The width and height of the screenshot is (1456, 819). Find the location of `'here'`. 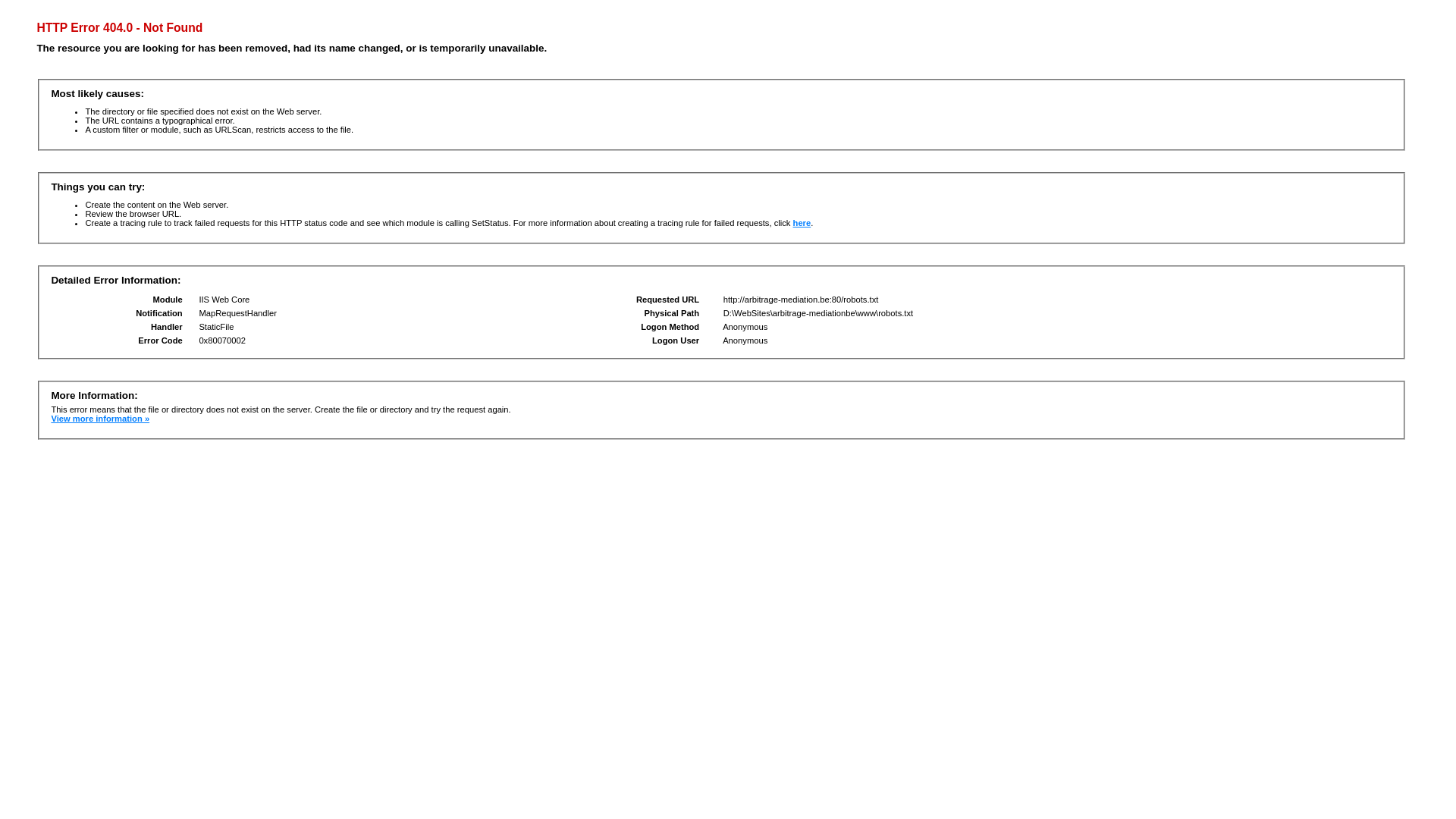

'here' is located at coordinates (801, 222).